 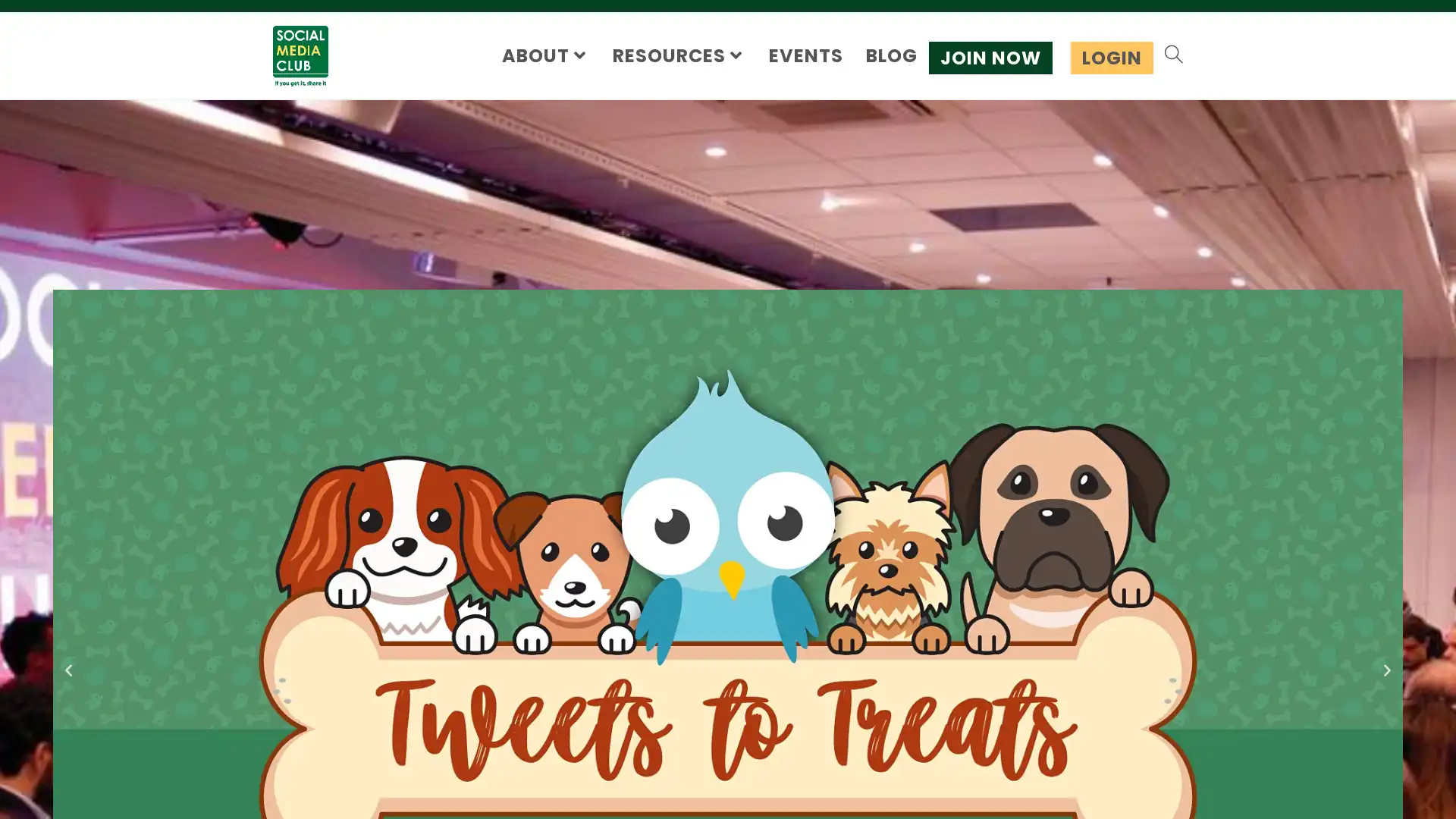 I want to click on Next slide, so click(x=1387, y=668).